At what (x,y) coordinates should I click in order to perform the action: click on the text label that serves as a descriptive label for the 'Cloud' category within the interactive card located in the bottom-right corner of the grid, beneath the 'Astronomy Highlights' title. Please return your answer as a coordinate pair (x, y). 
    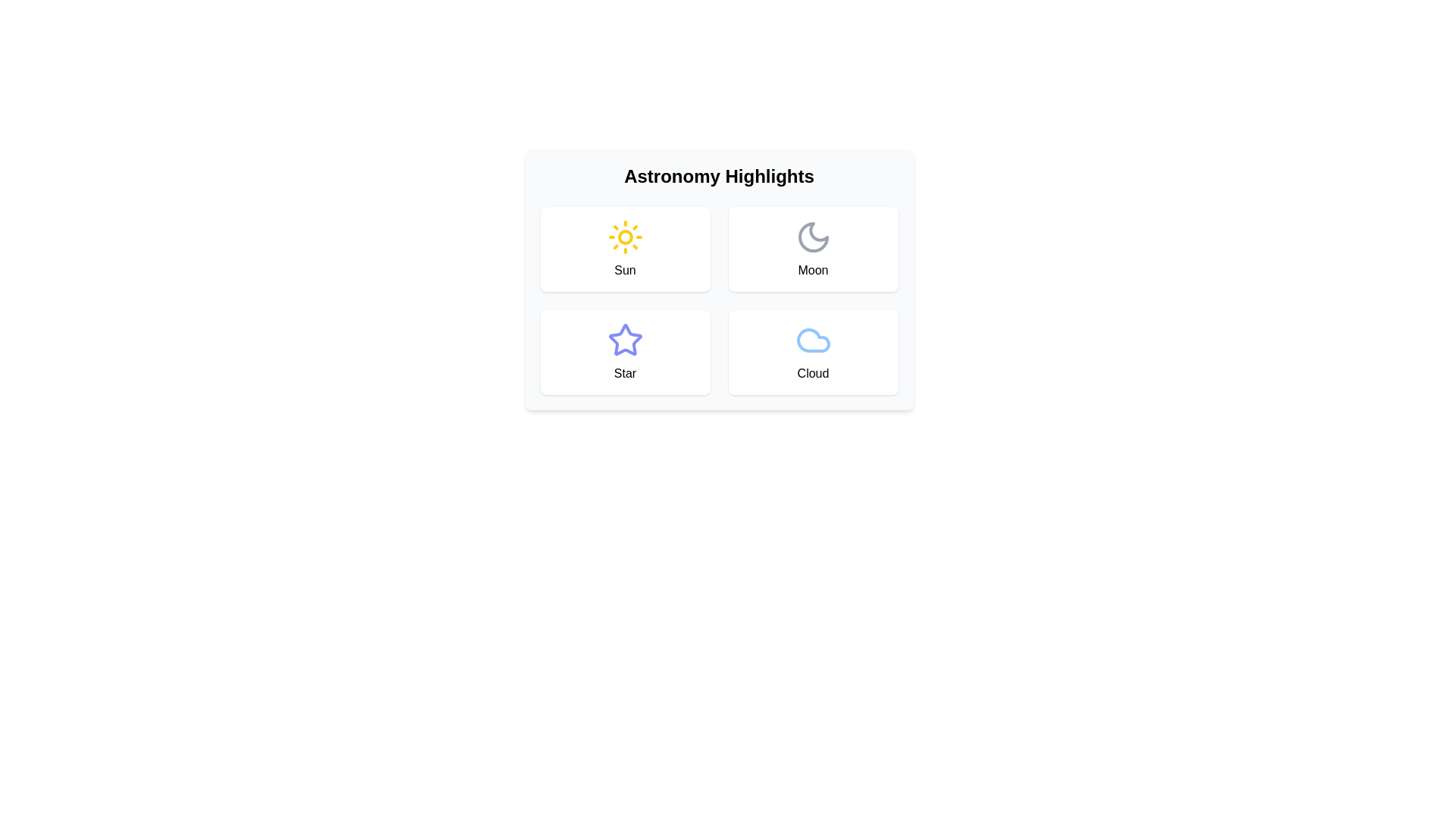
    Looking at the image, I should click on (812, 374).